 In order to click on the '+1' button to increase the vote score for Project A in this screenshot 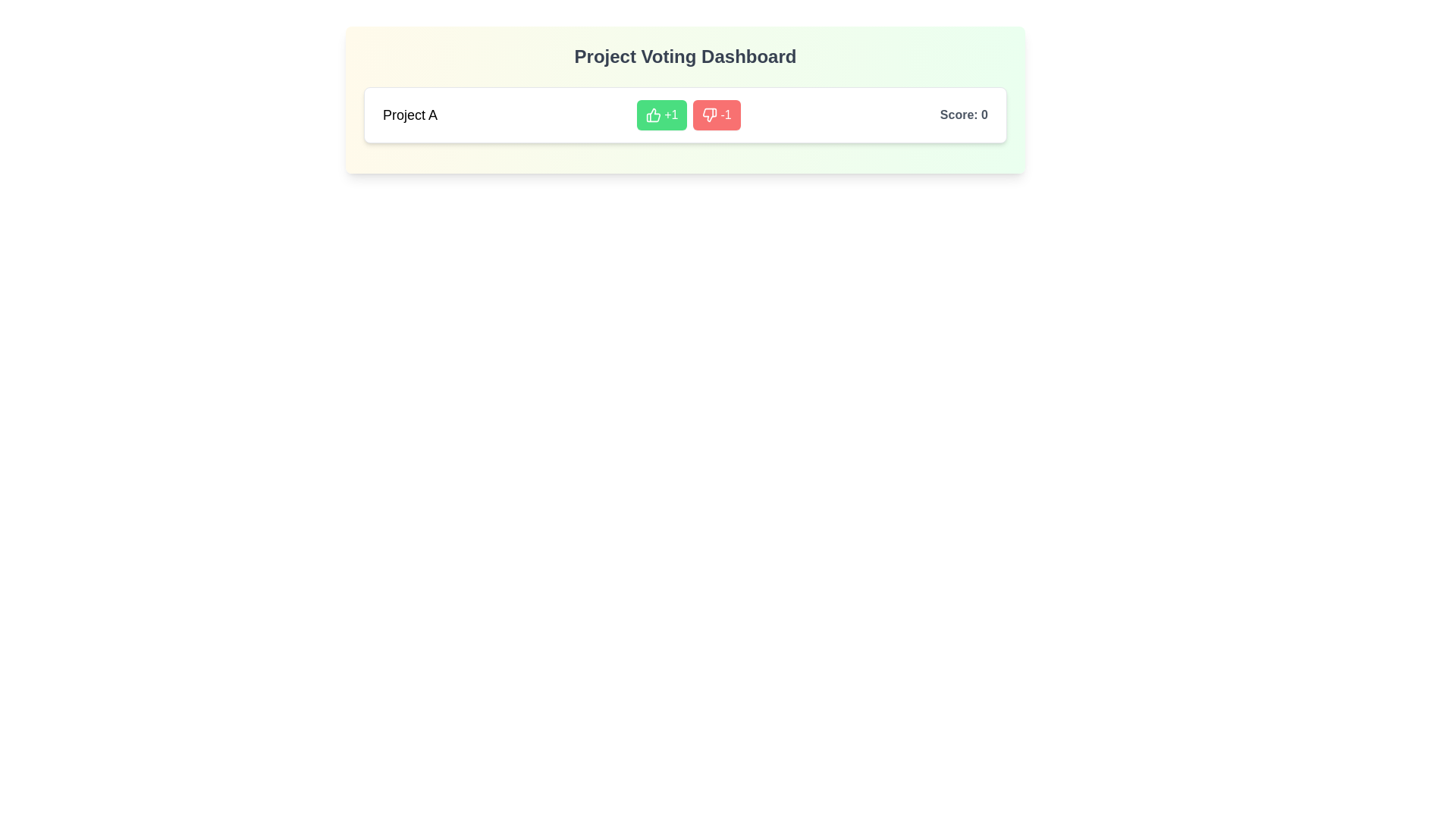, I will do `click(662, 114)`.